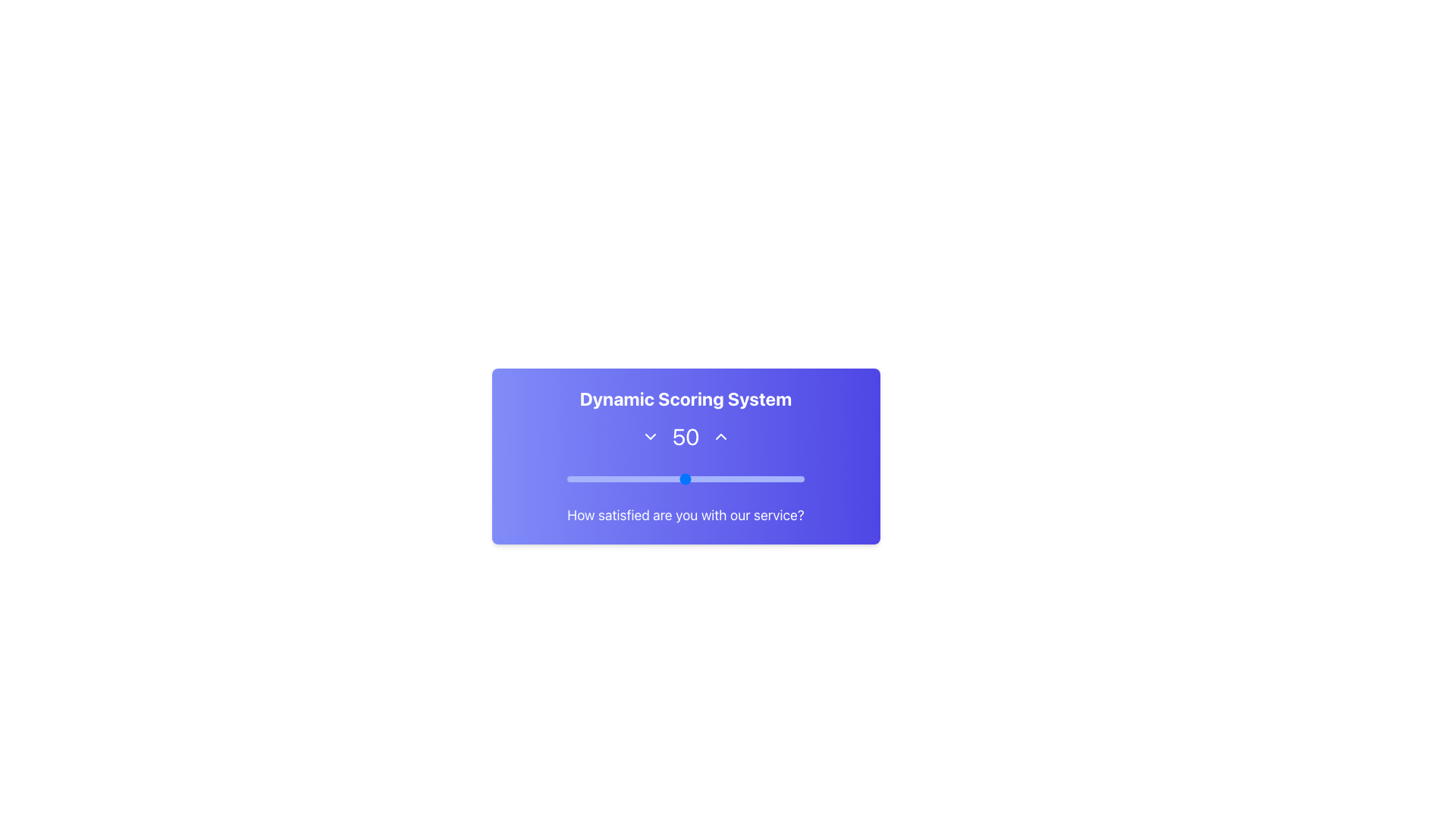 Image resolution: width=1456 pixels, height=819 pixels. Describe the element at coordinates (676, 475) in the screenshot. I see `the slider` at that location.